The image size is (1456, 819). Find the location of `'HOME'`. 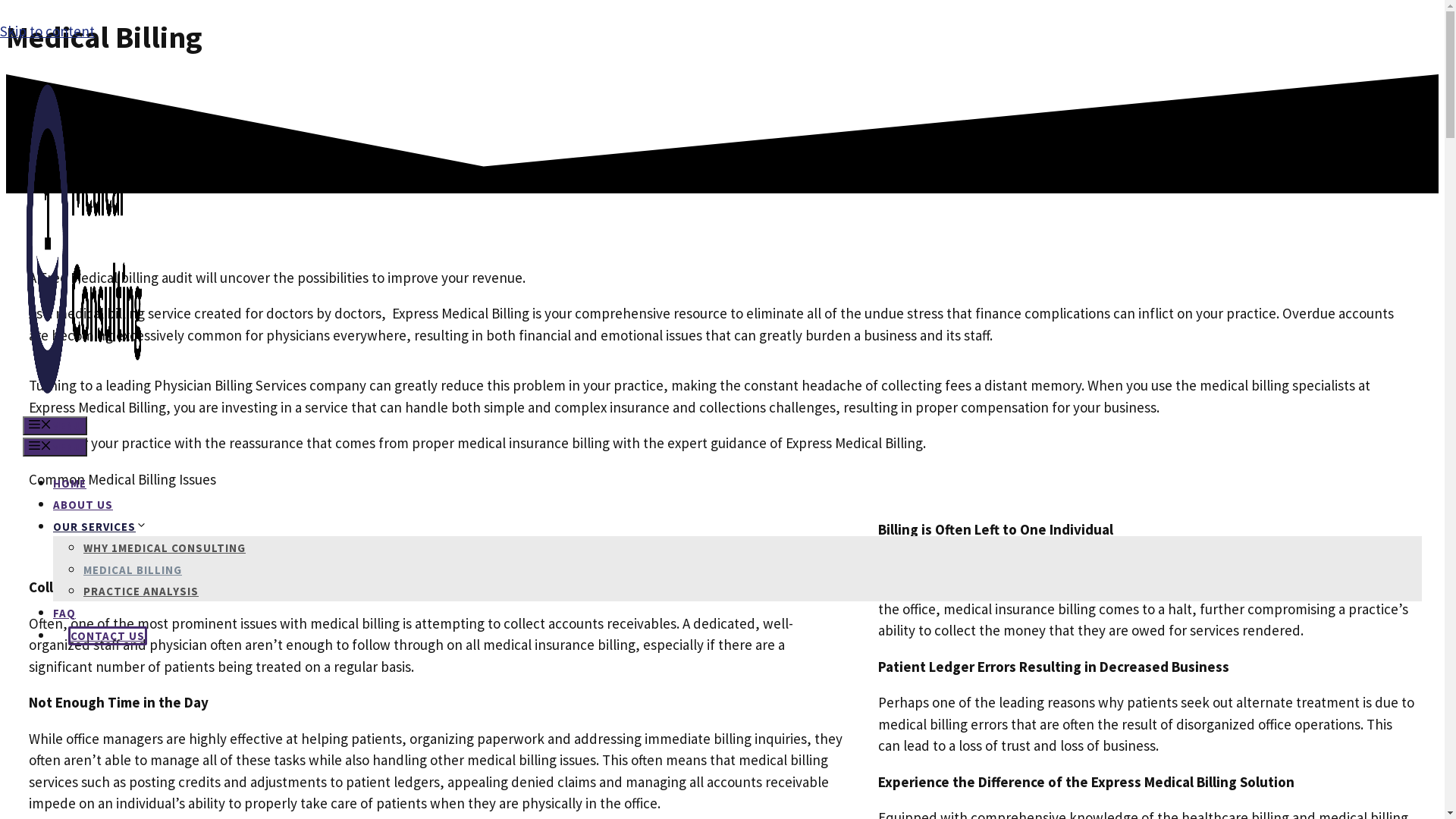

'HOME' is located at coordinates (68, 483).